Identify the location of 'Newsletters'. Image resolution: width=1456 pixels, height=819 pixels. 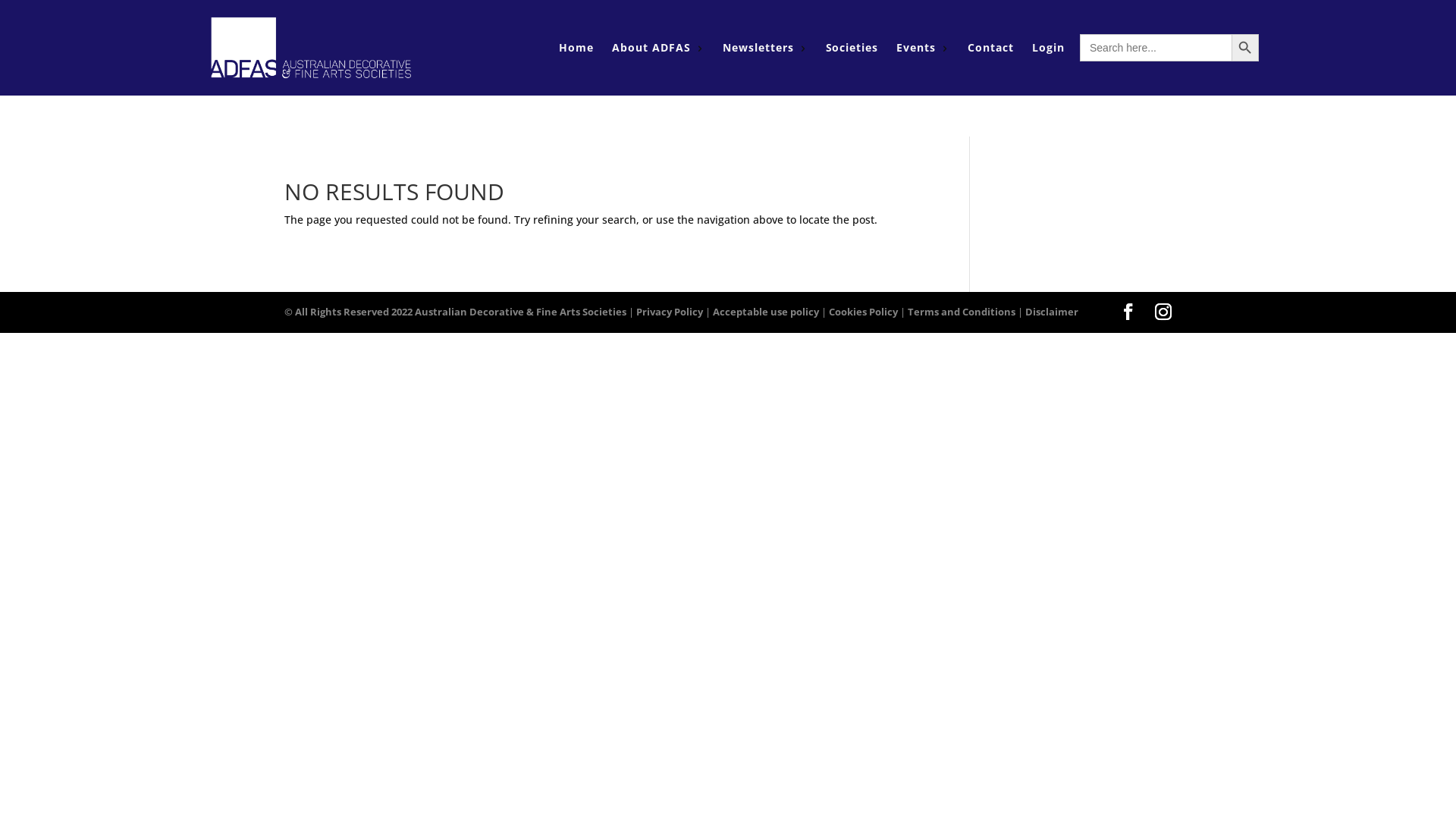
(758, 46).